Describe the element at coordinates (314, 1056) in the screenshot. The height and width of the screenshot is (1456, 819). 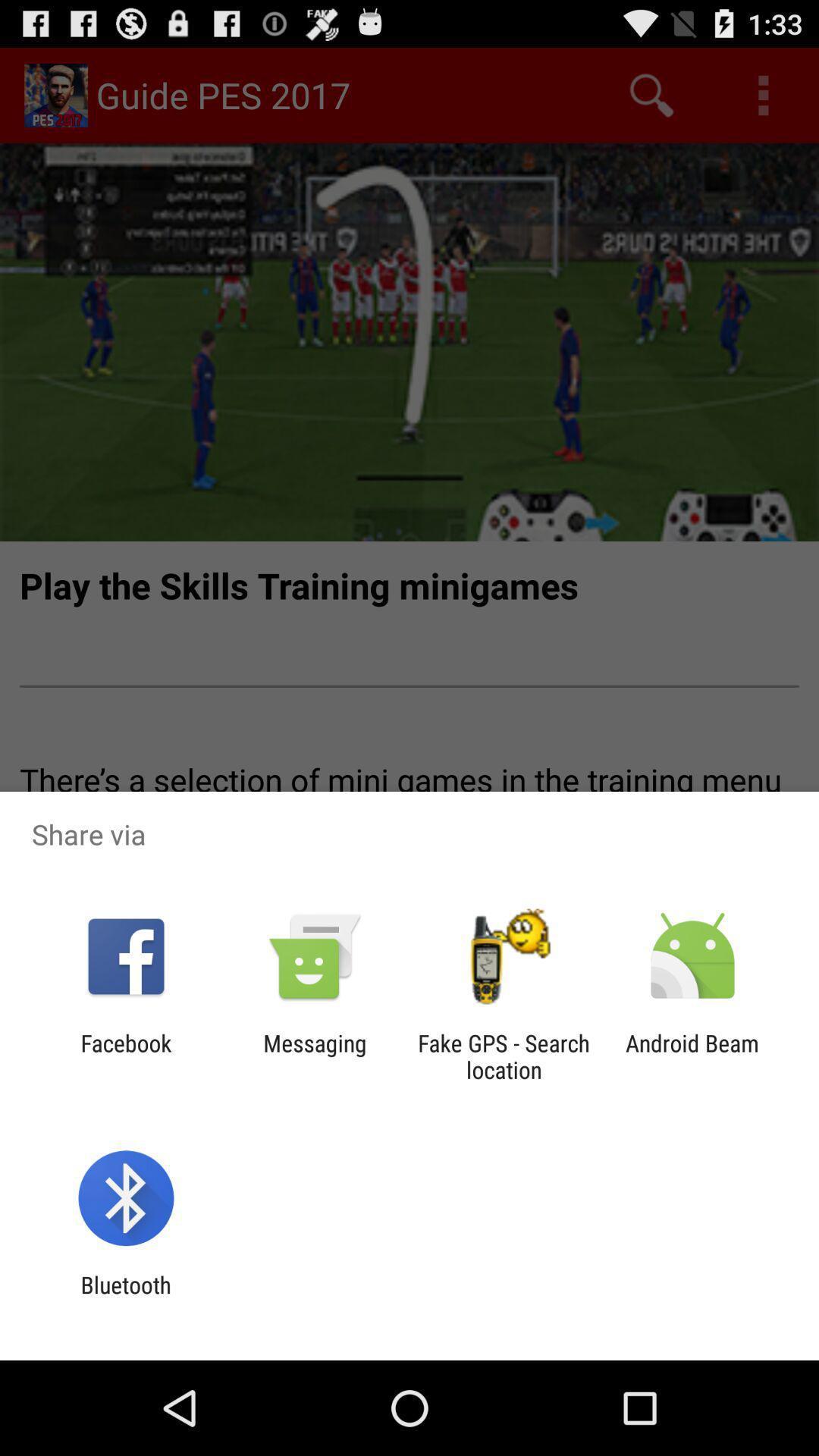
I see `messaging` at that location.